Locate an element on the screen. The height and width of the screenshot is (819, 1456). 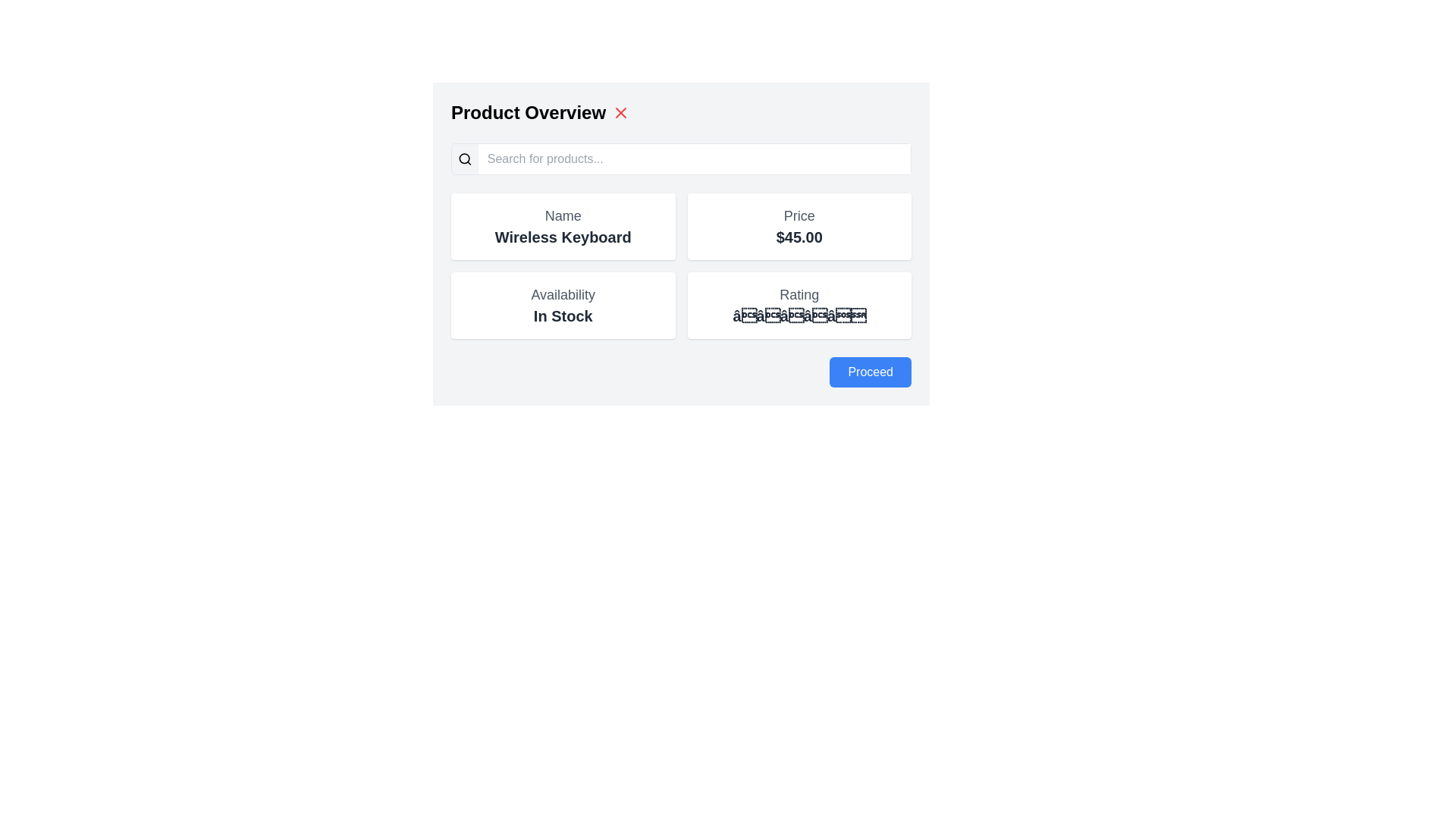
the Text Display that shows 'Wireless Keyboard', located in the first column of a grid layout above 'Availability: In Stock' and to the left of 'Price: $45.00' is located at coordinates (562, 227).